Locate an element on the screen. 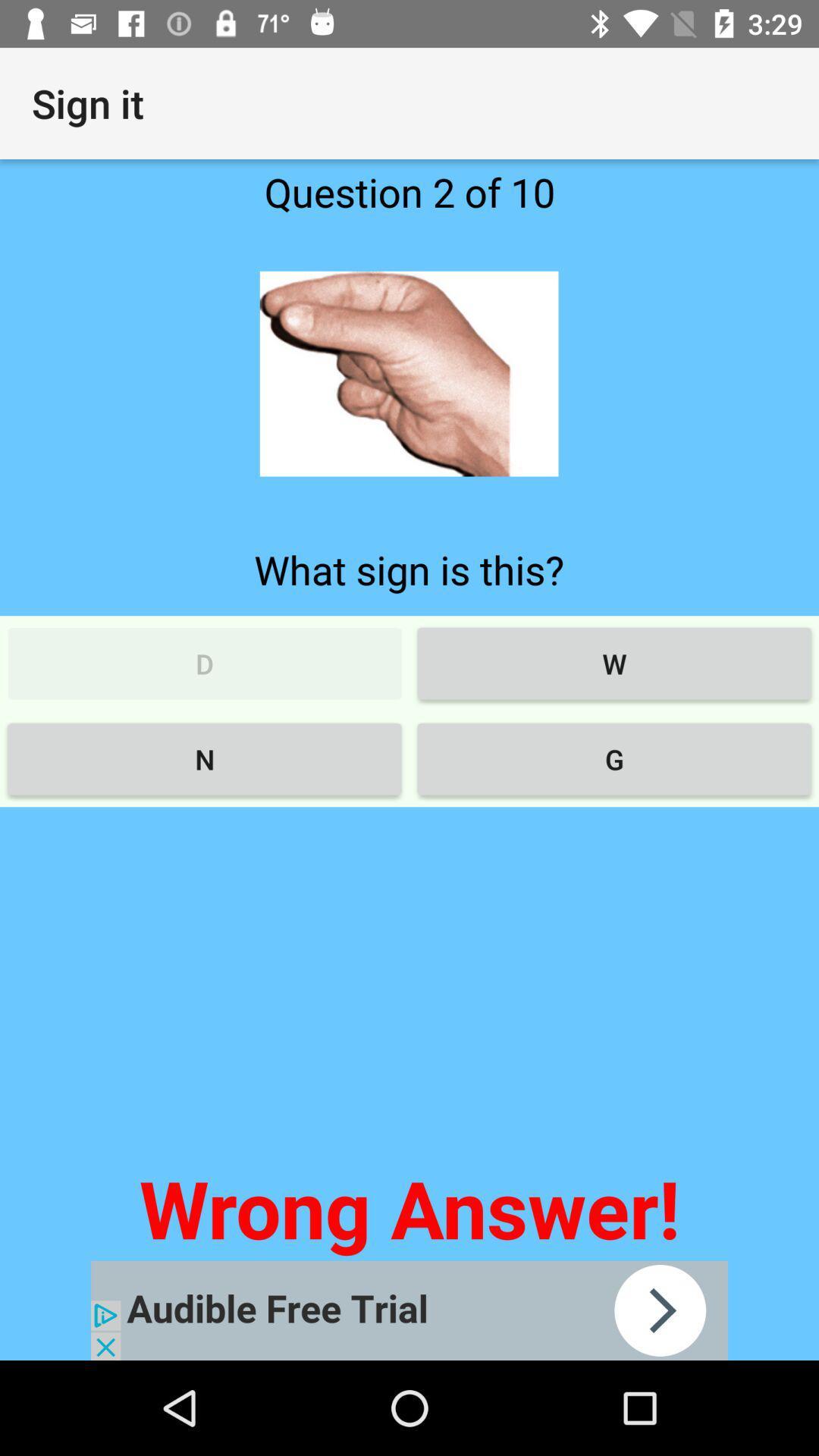  advertisement page is located at coordinates (409, 1310).